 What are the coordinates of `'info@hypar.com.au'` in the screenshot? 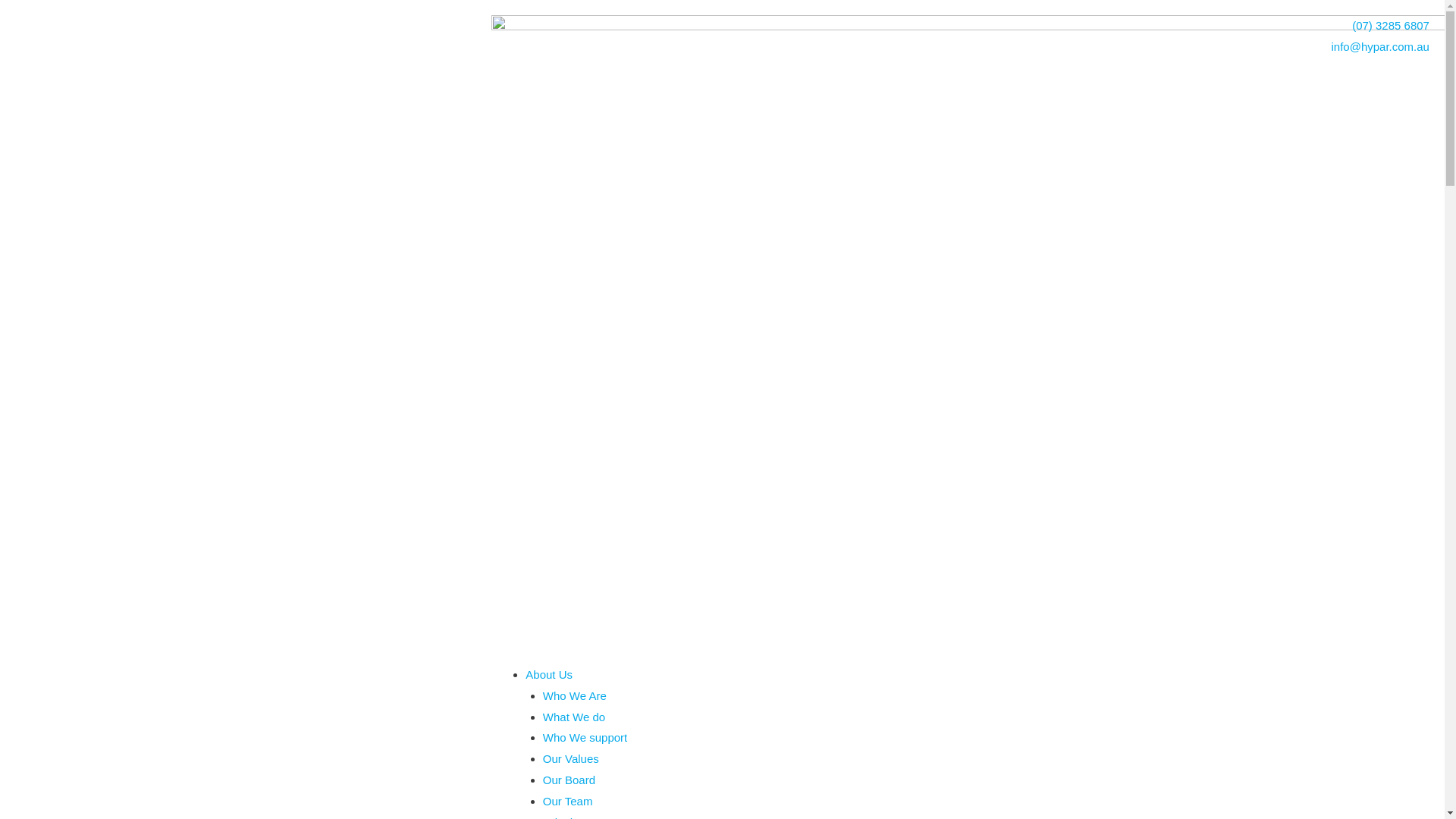 It's located at (1197, 45).